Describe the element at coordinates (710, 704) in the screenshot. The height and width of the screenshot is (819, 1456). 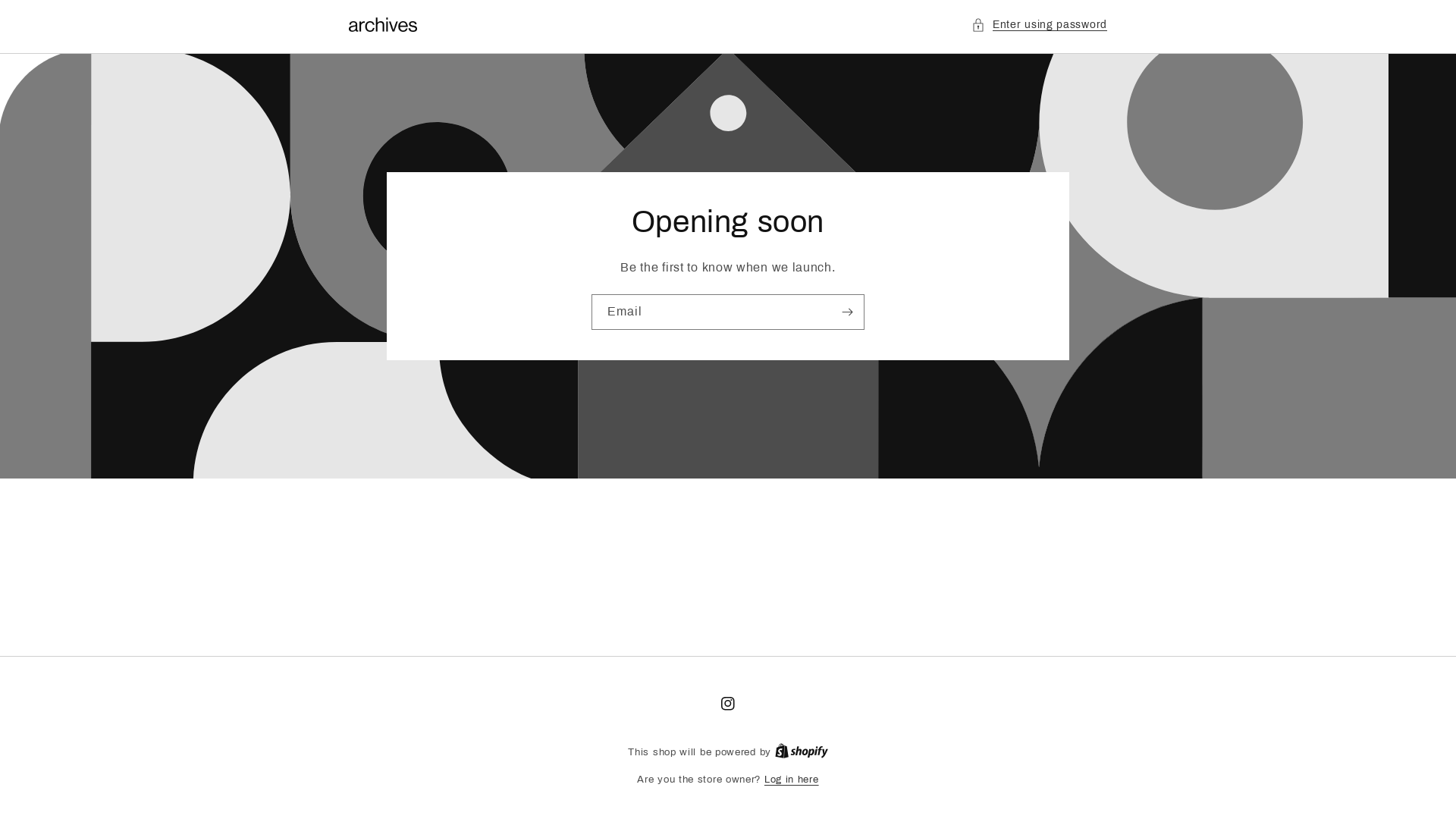
I see `'Instagram'` at that location.